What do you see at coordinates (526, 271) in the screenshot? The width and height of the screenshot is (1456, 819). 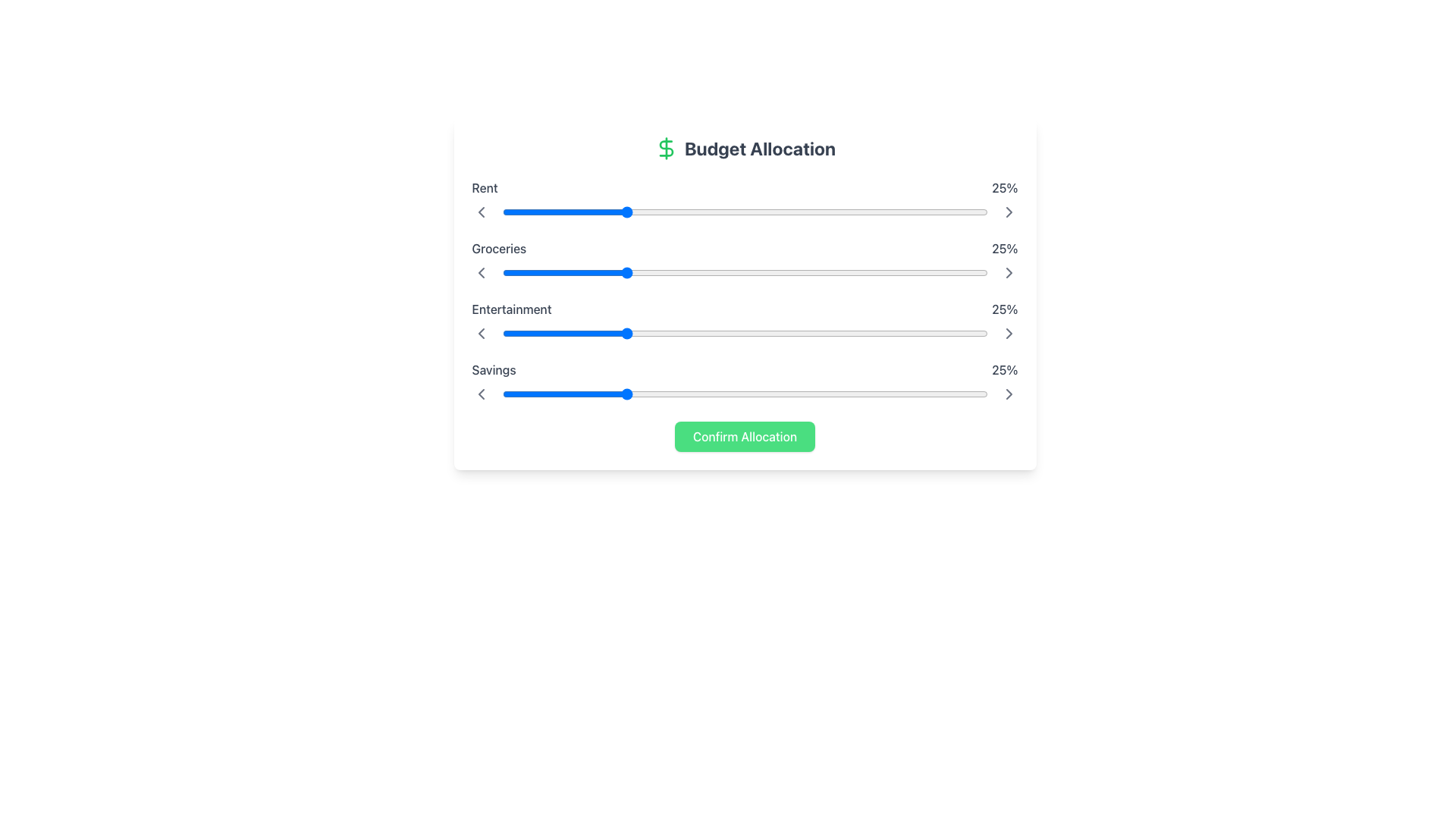 I see `the groceries allocation percentage` at bounding box center [526, 271].